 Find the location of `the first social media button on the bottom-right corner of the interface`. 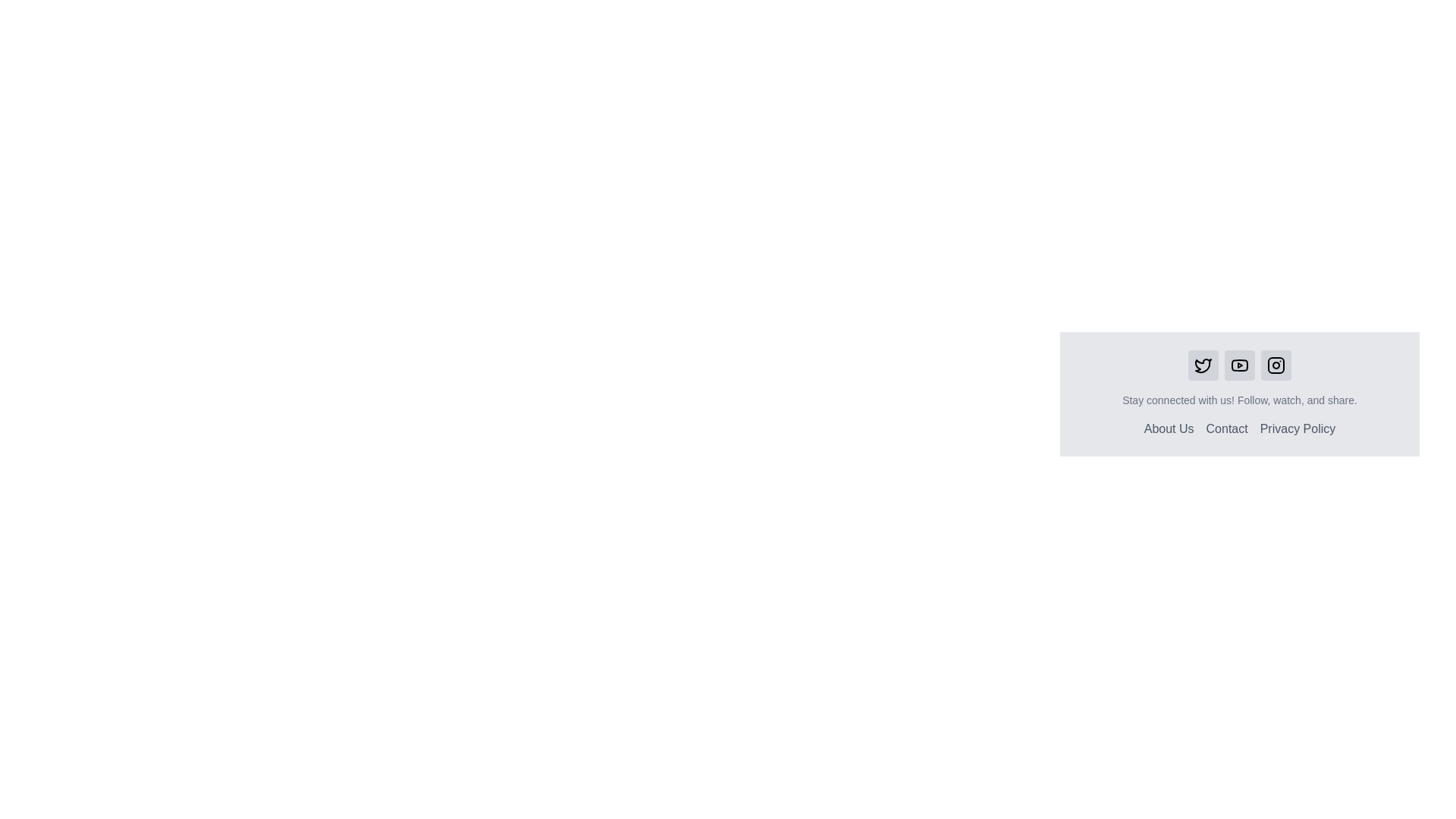

the first social media button on the bottom-right corner of the interface is located at coordinates (1203, 366).